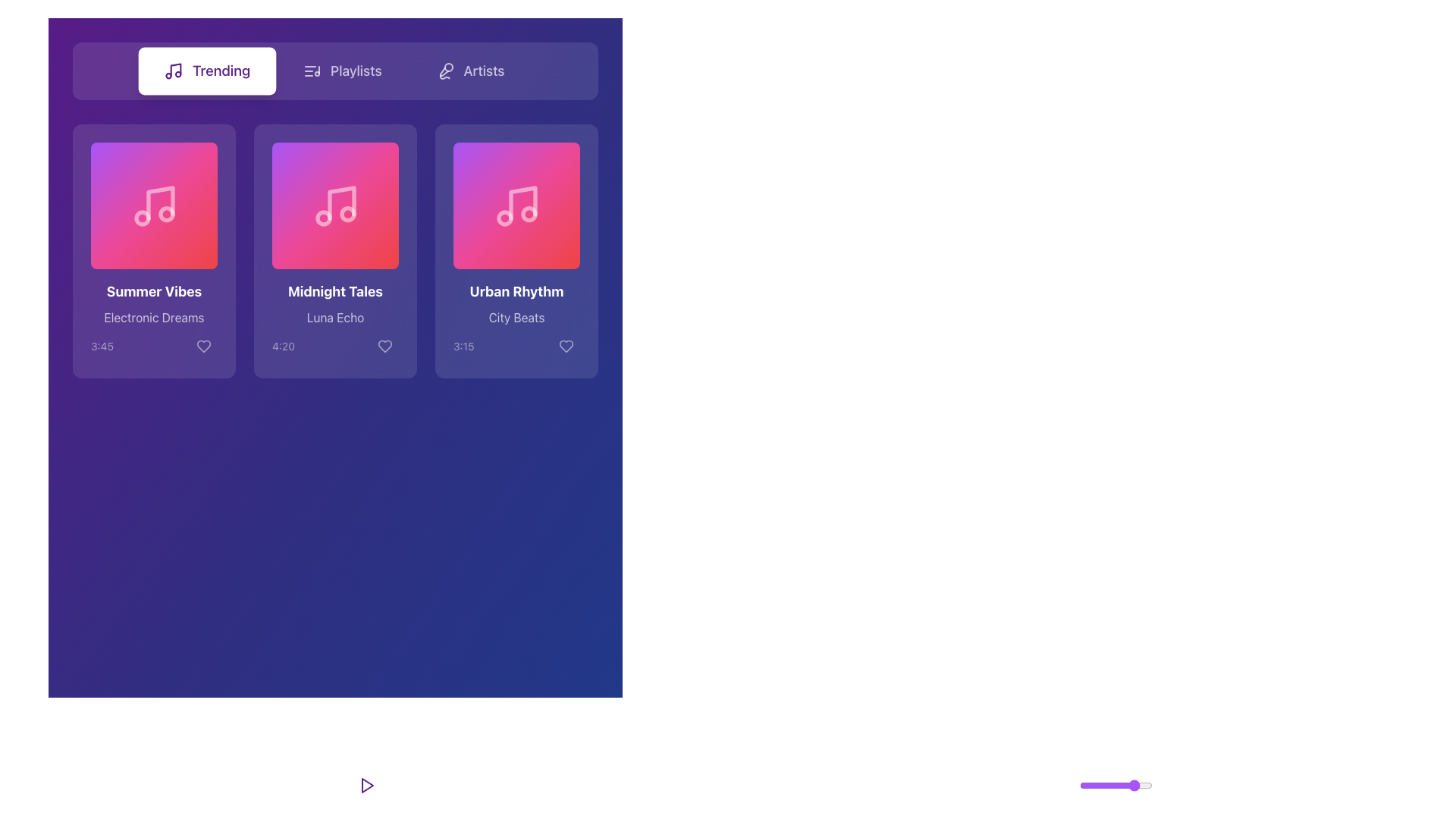 The image size is (1456, 819). I want to click on the text label displaying 'Luna Echo', which is styled in dimmed white and located below the headline 'Midnight Tales' in the card labeled 'Midnight Tales', so click(334, 320).